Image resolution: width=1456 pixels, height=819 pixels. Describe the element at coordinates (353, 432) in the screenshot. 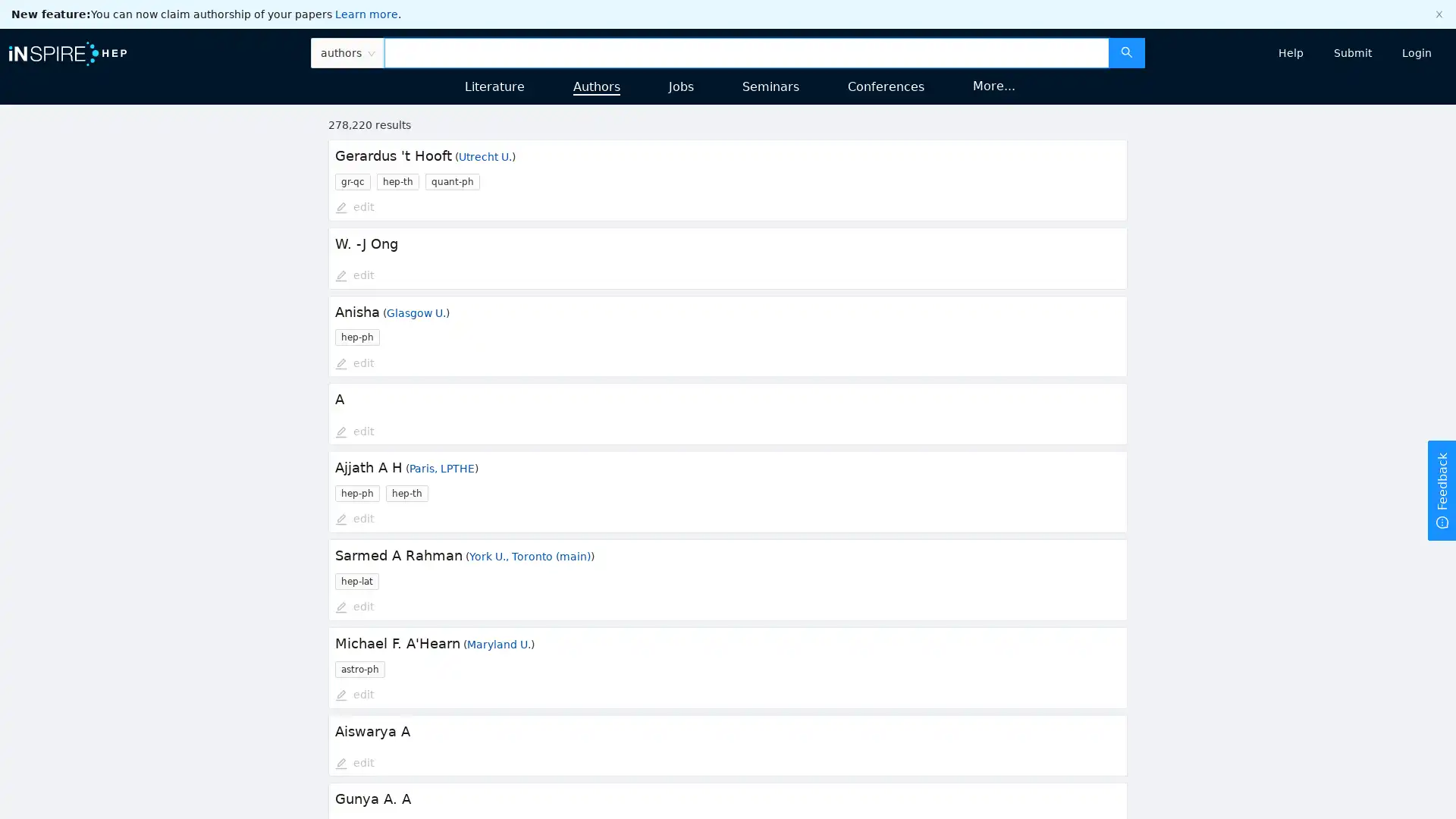

I see `edit edit` at that location.